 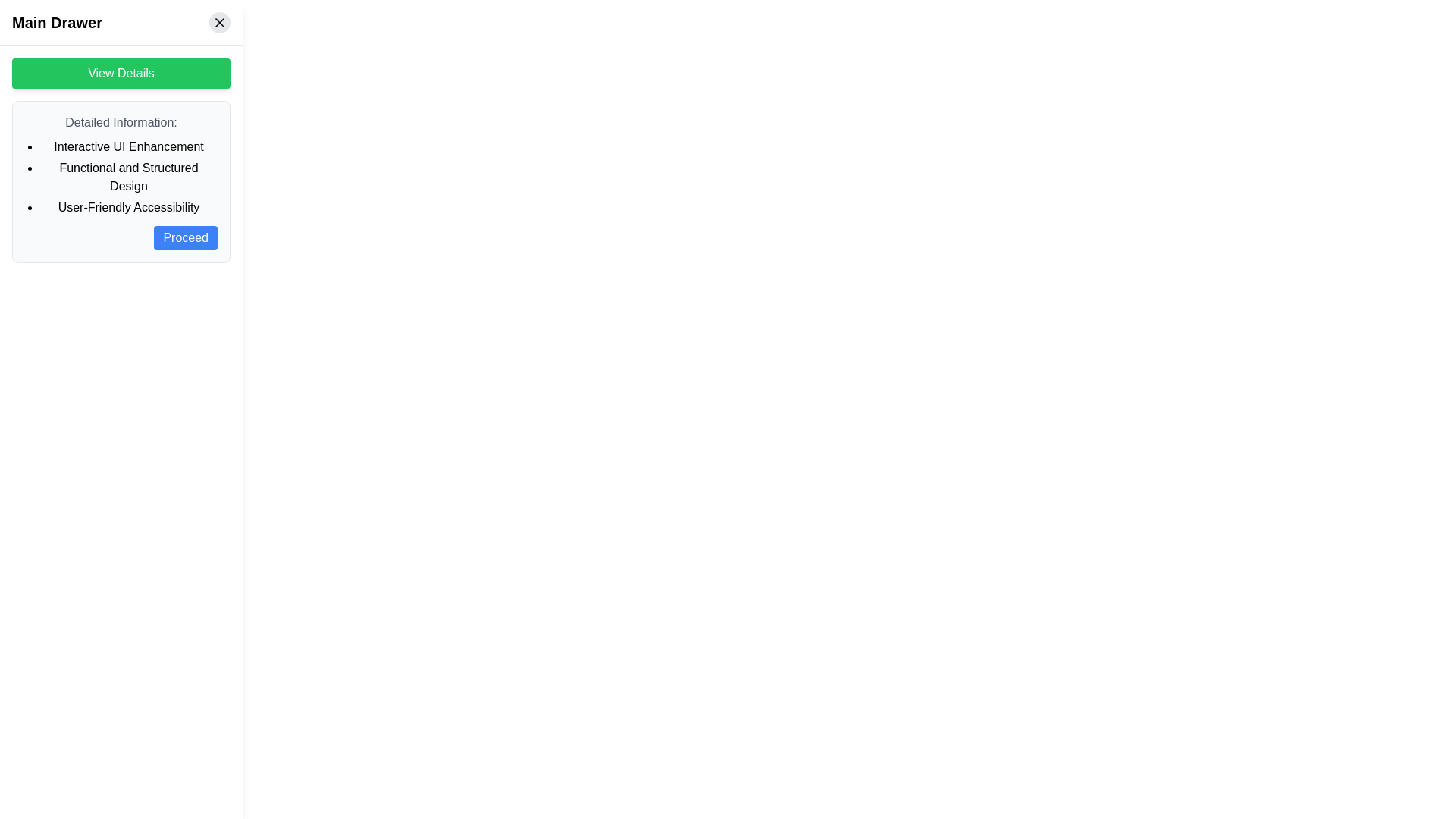 I want to click on the circular button with a gray background and a black 'X' icon, located at the top-right corner of the white header section, so click(x=218, y=23).